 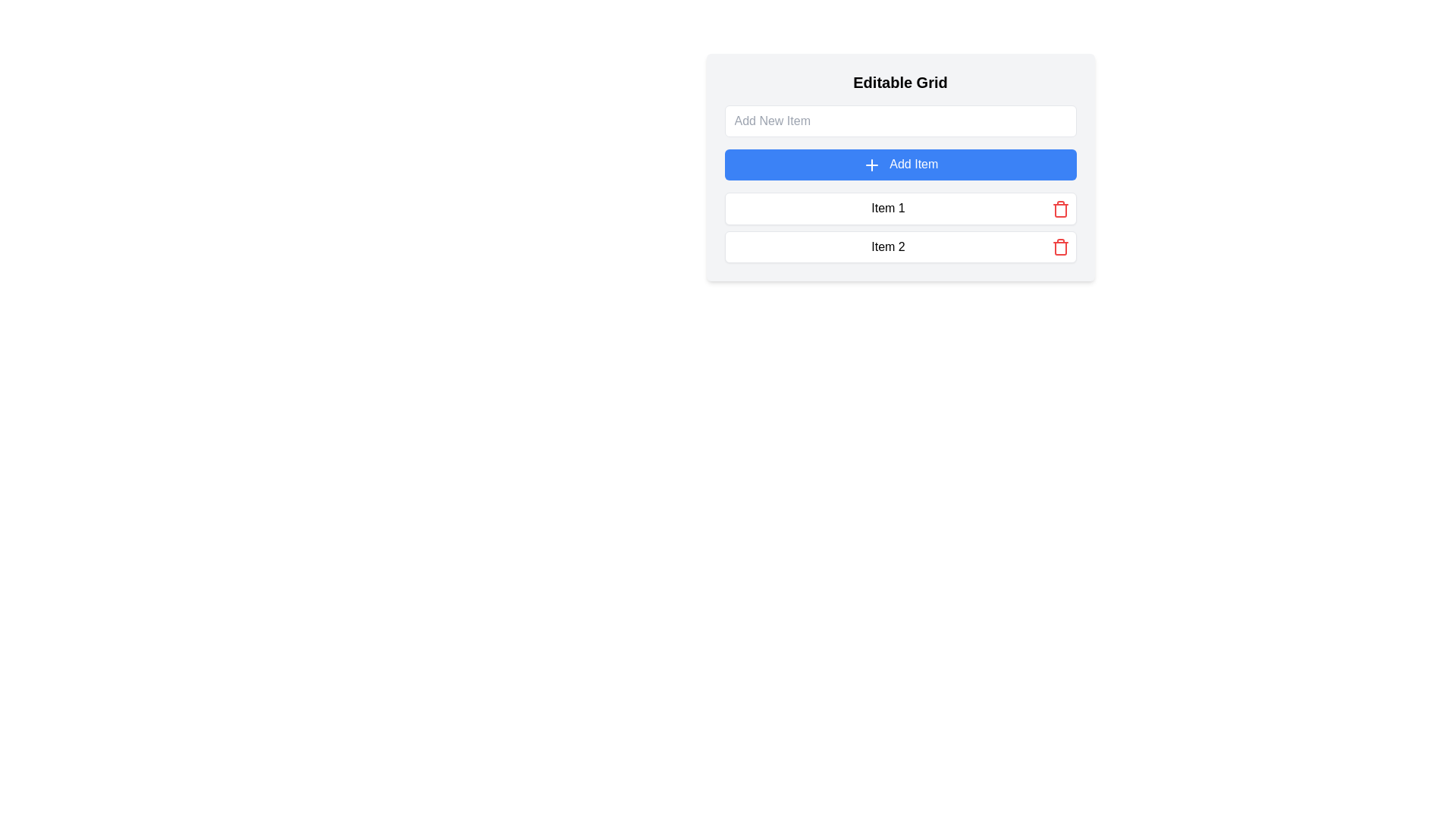 I want to click on the plus sign icon located inside the 'Add Item' button, positioned to the left of the text 'Add Item', so click(x=871, y=165).